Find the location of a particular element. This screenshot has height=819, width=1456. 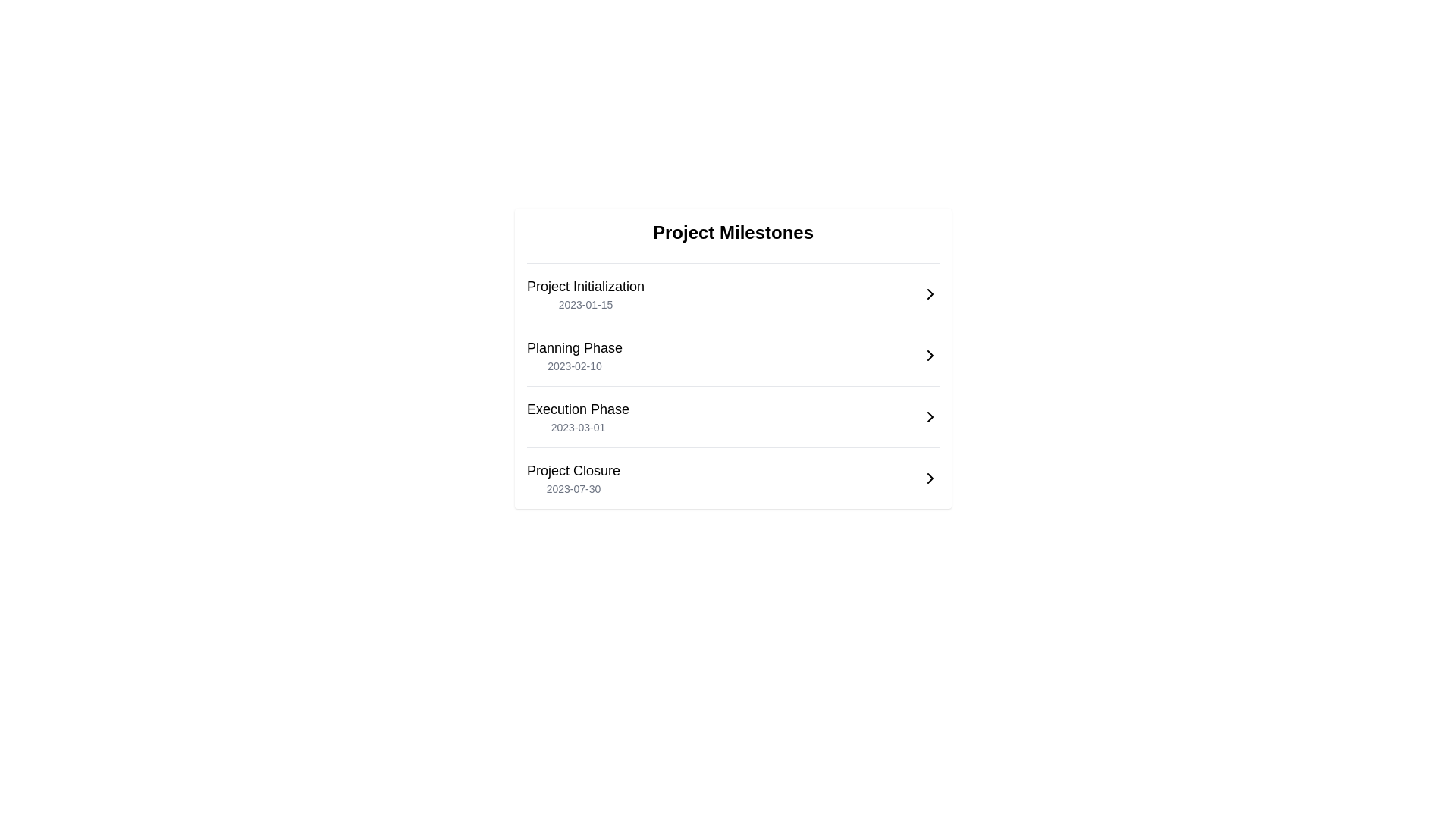

the second list item titled 'Planning Phase' with the date '2023-02-10' is located at coordinates (733, 356).